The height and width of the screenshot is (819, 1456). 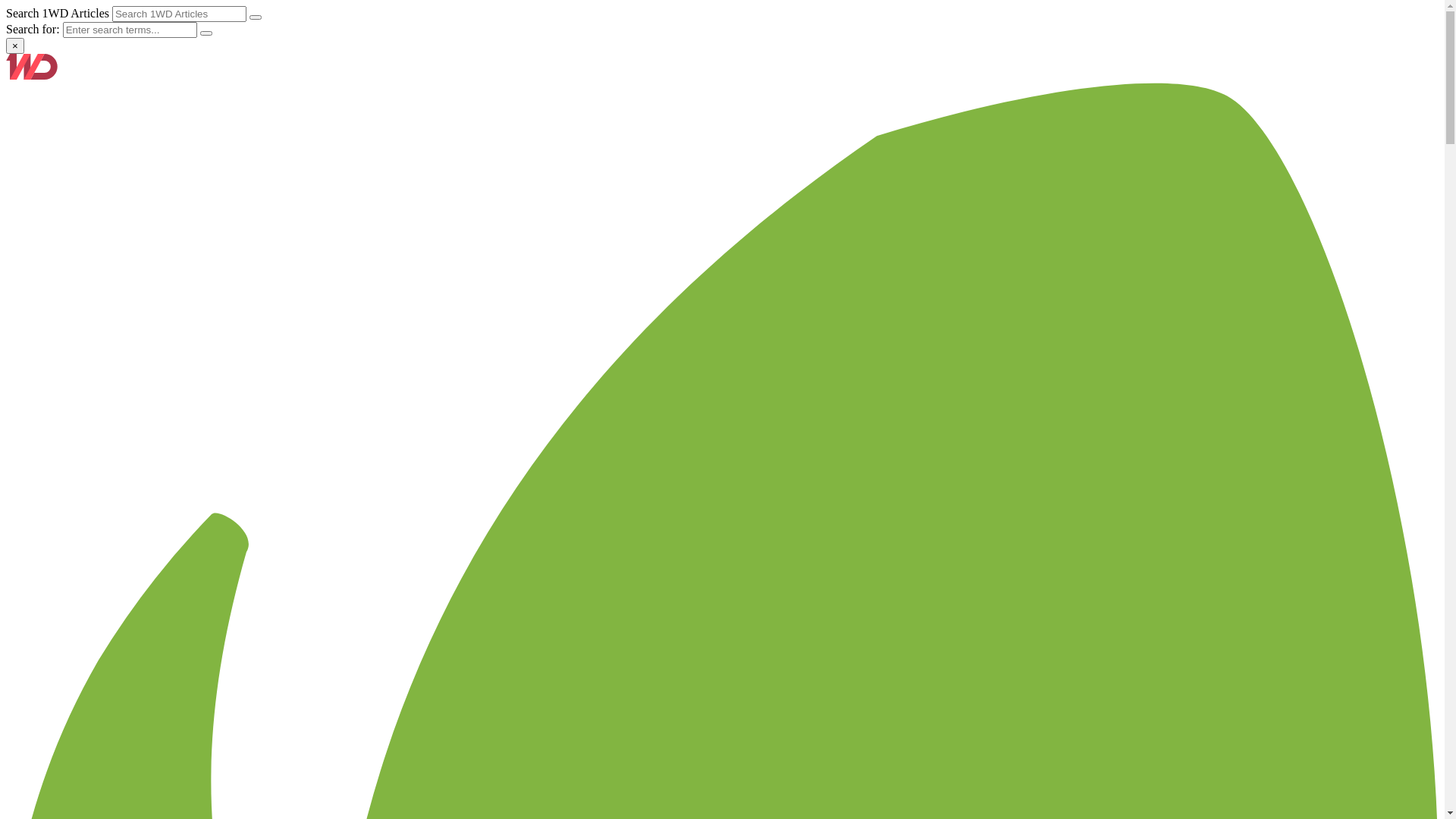 What do you see at coordinates (32, 75) in the screenshot?
I see `'1stWebDesigner'` at bounding box center [32, 75].